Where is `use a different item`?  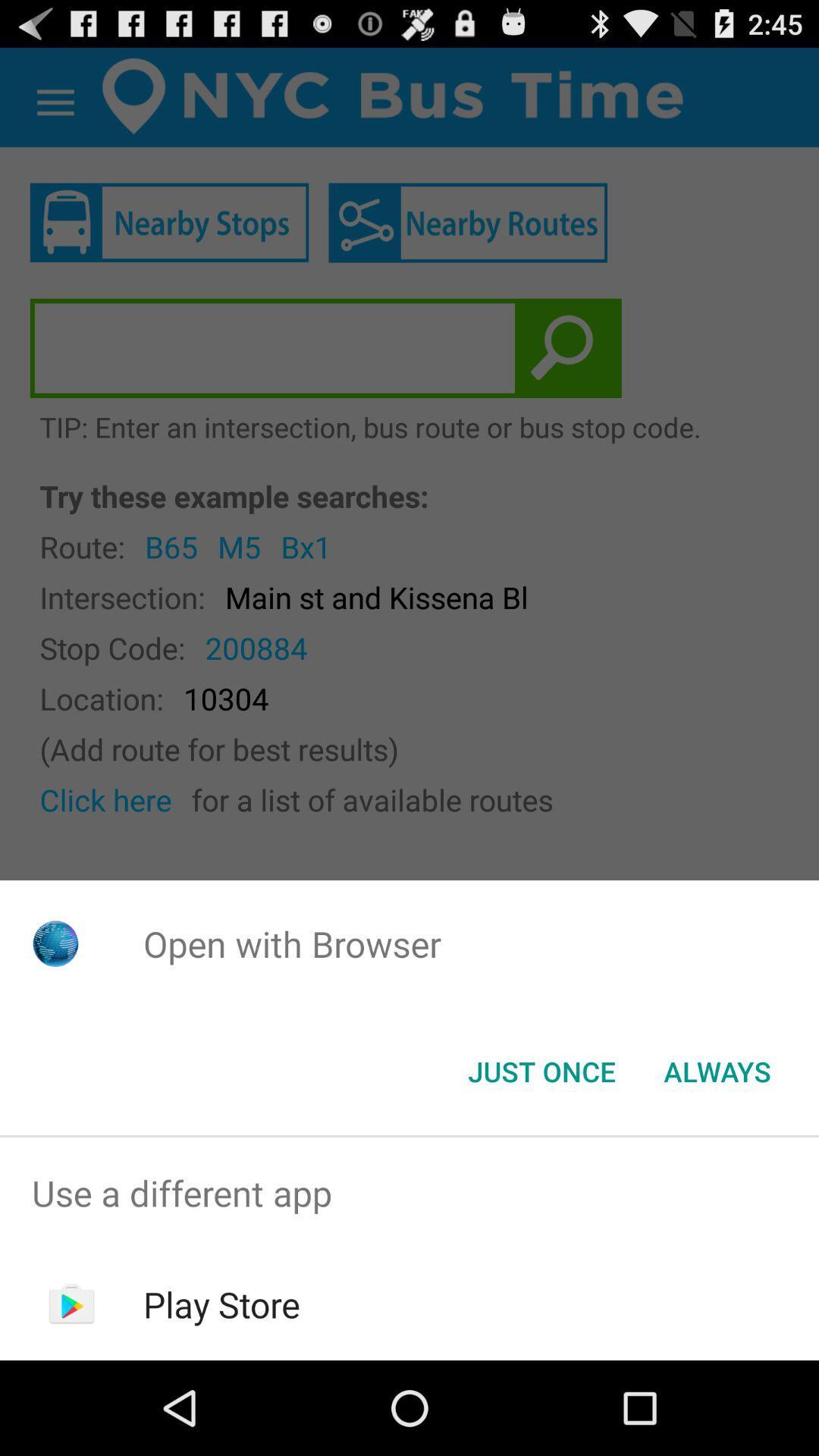 use a different item is located at coordinates (409, 1192).